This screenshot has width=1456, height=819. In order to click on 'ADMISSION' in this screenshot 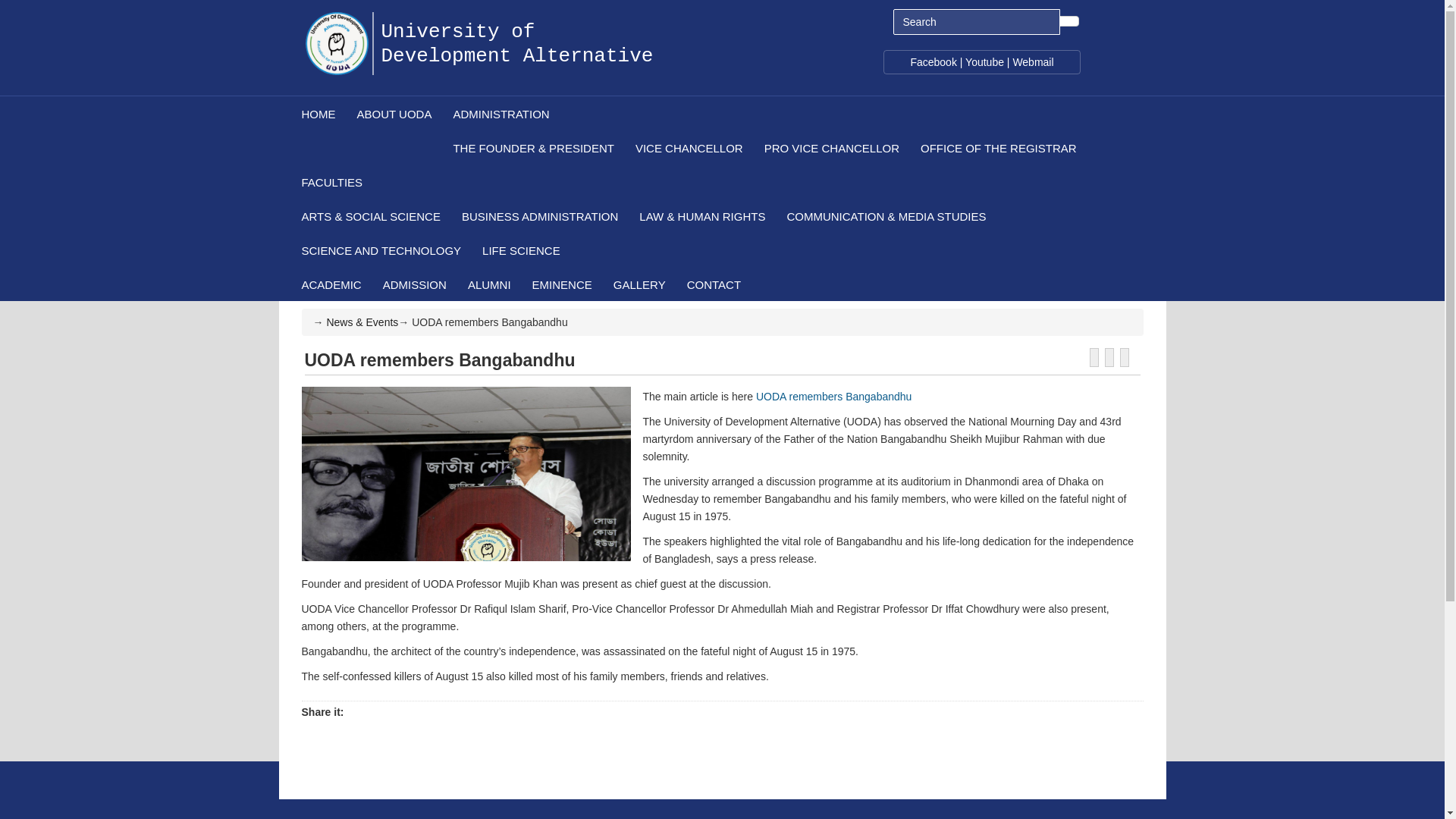, I will do `click(371, 284)`.